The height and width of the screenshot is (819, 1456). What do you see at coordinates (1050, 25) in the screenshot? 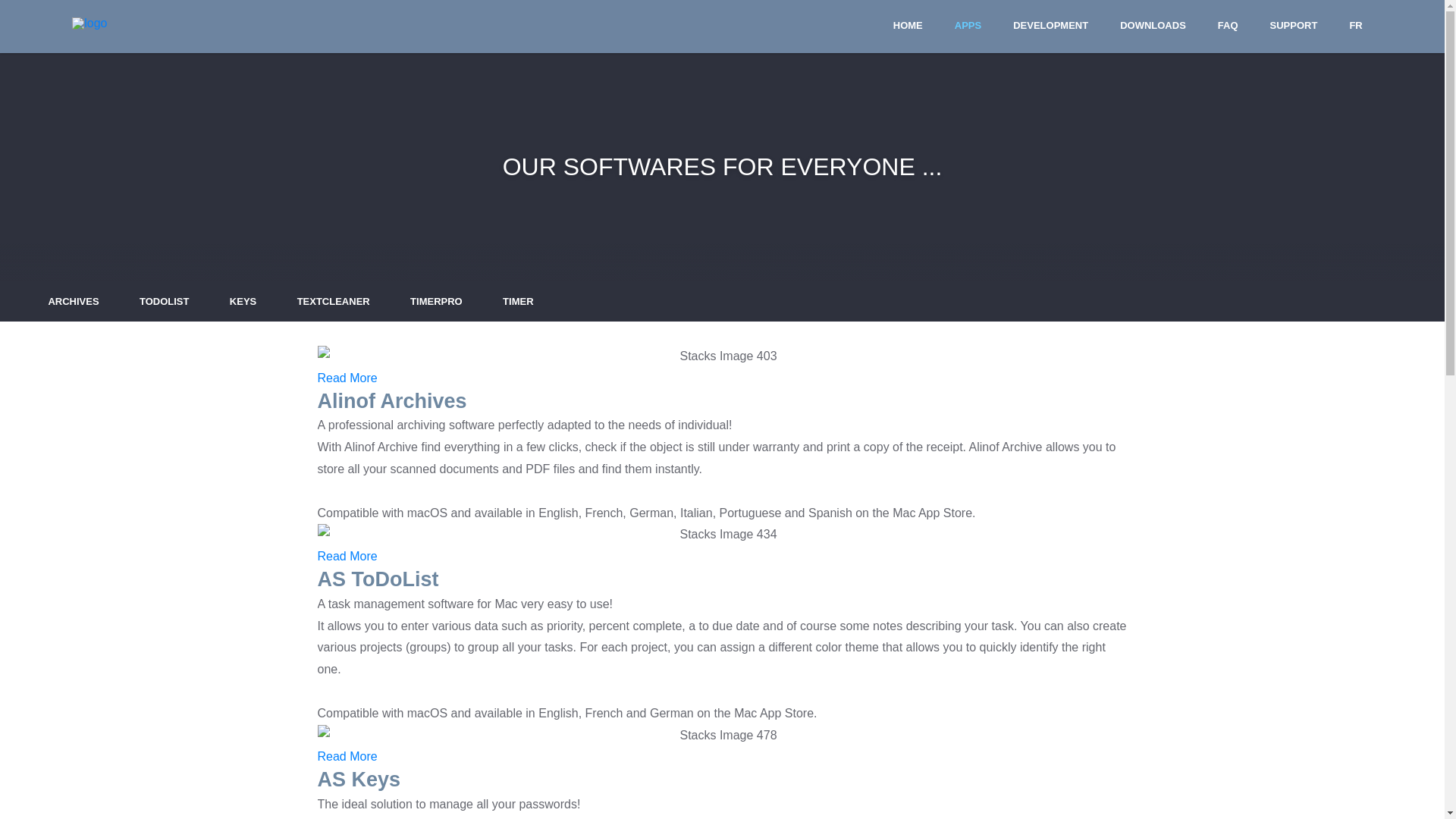
I see `'DEVELOPMENT'` at bounding box center [1050, 25].